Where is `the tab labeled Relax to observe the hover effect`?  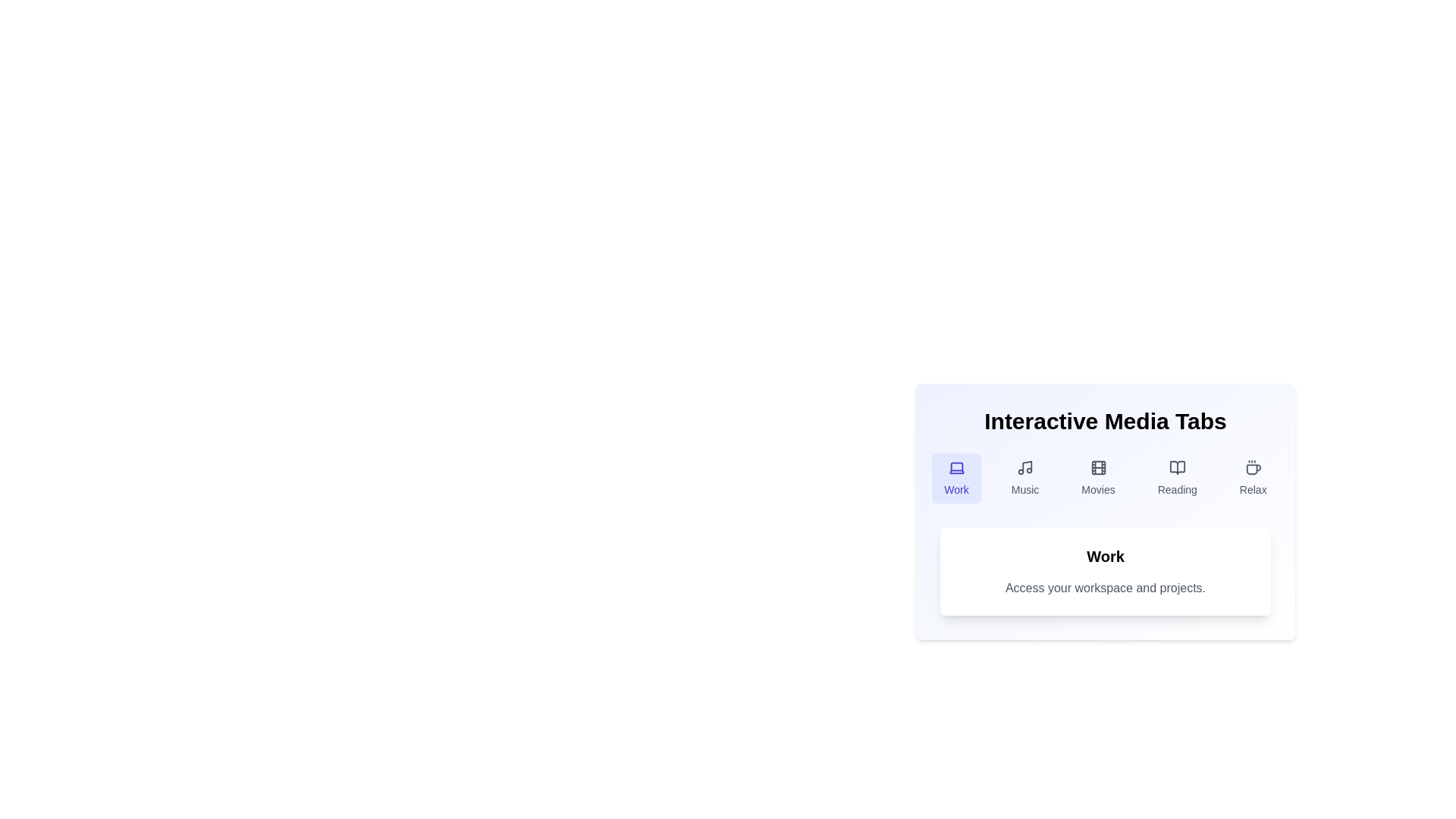
the tab labeled Relax to observe the hover effect is located at coordinates (1253, 479).